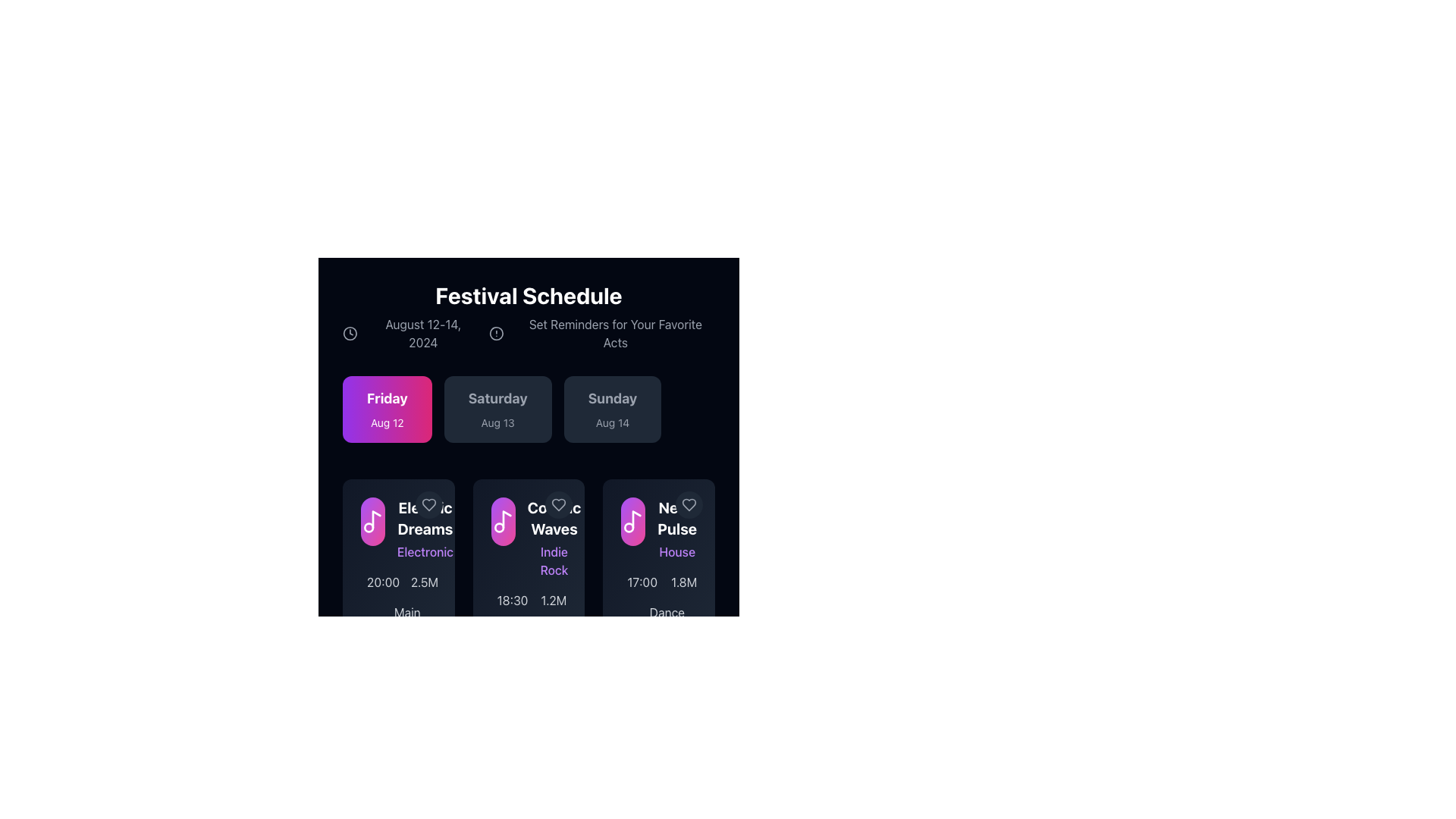  I want to click on the Text label indicating the scheduled time for an event, which is located under the 'Electronic Dreams' card in the schedule display, so click(383, 581).